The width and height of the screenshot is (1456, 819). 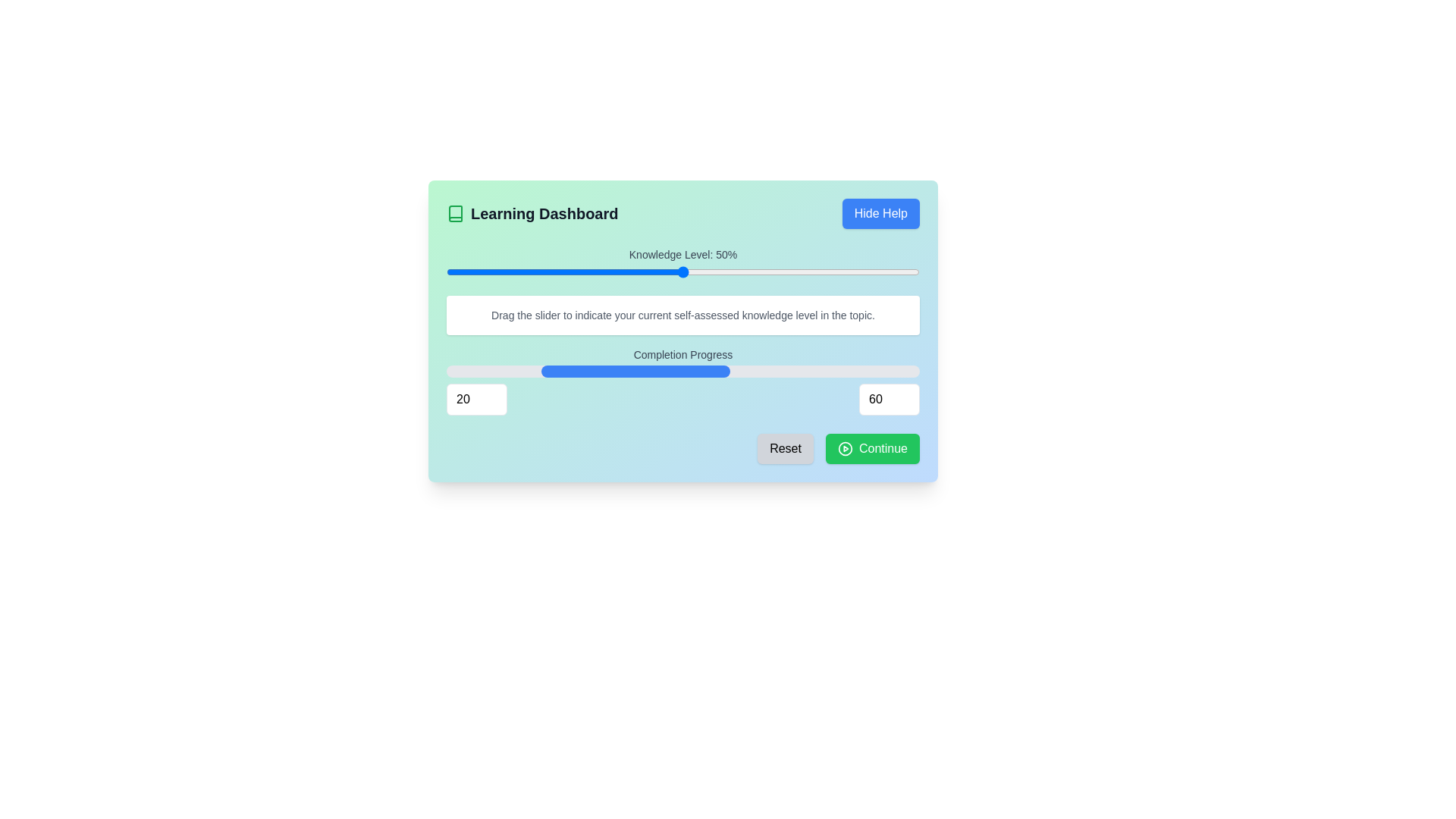 What do you see at coordinates (863, 271) in the screenshot?
I see `the knowledge level` at bounding box center [863, 271].